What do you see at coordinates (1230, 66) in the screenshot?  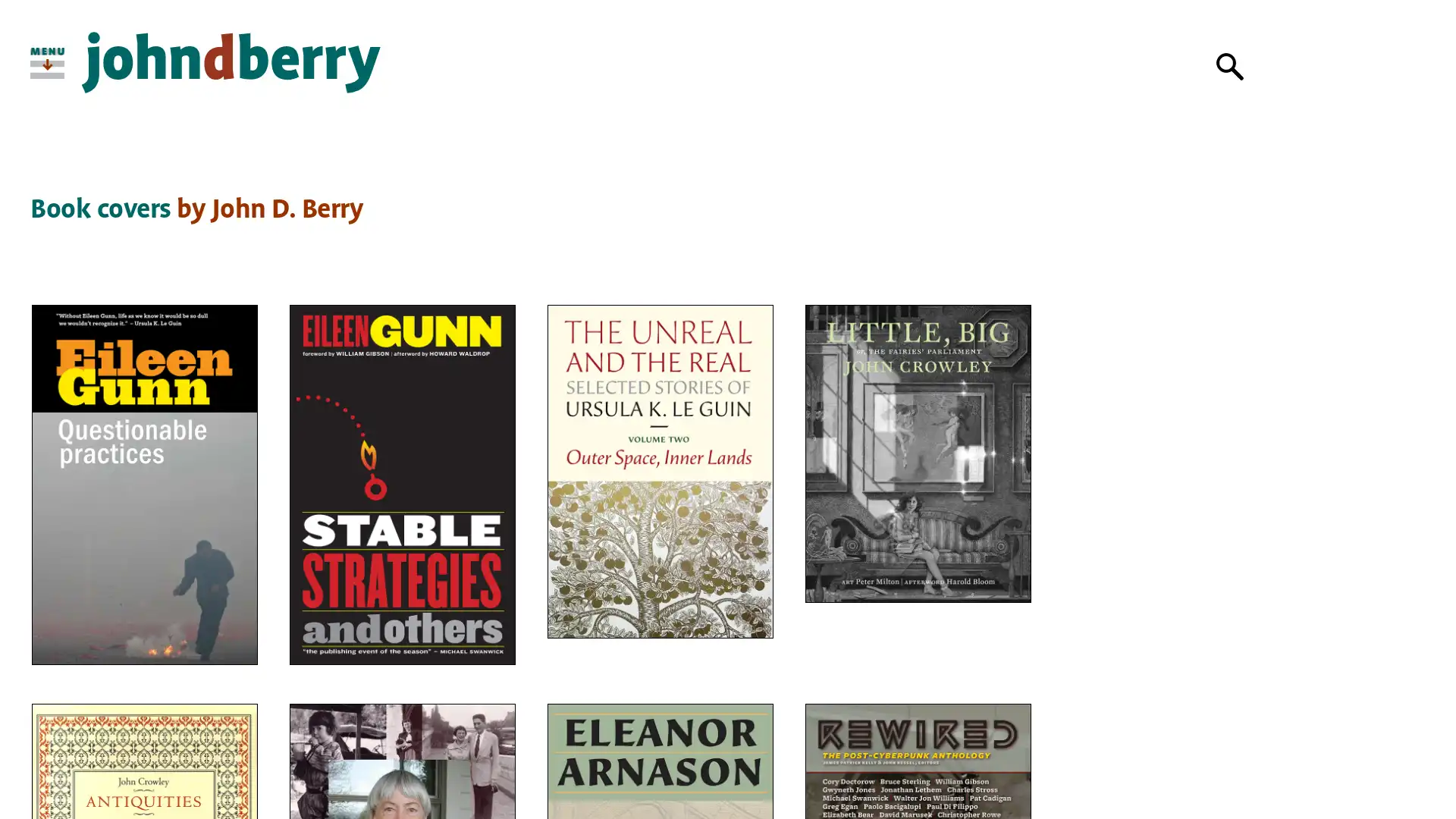 I see `Search` at bounding box center [1230, 66].